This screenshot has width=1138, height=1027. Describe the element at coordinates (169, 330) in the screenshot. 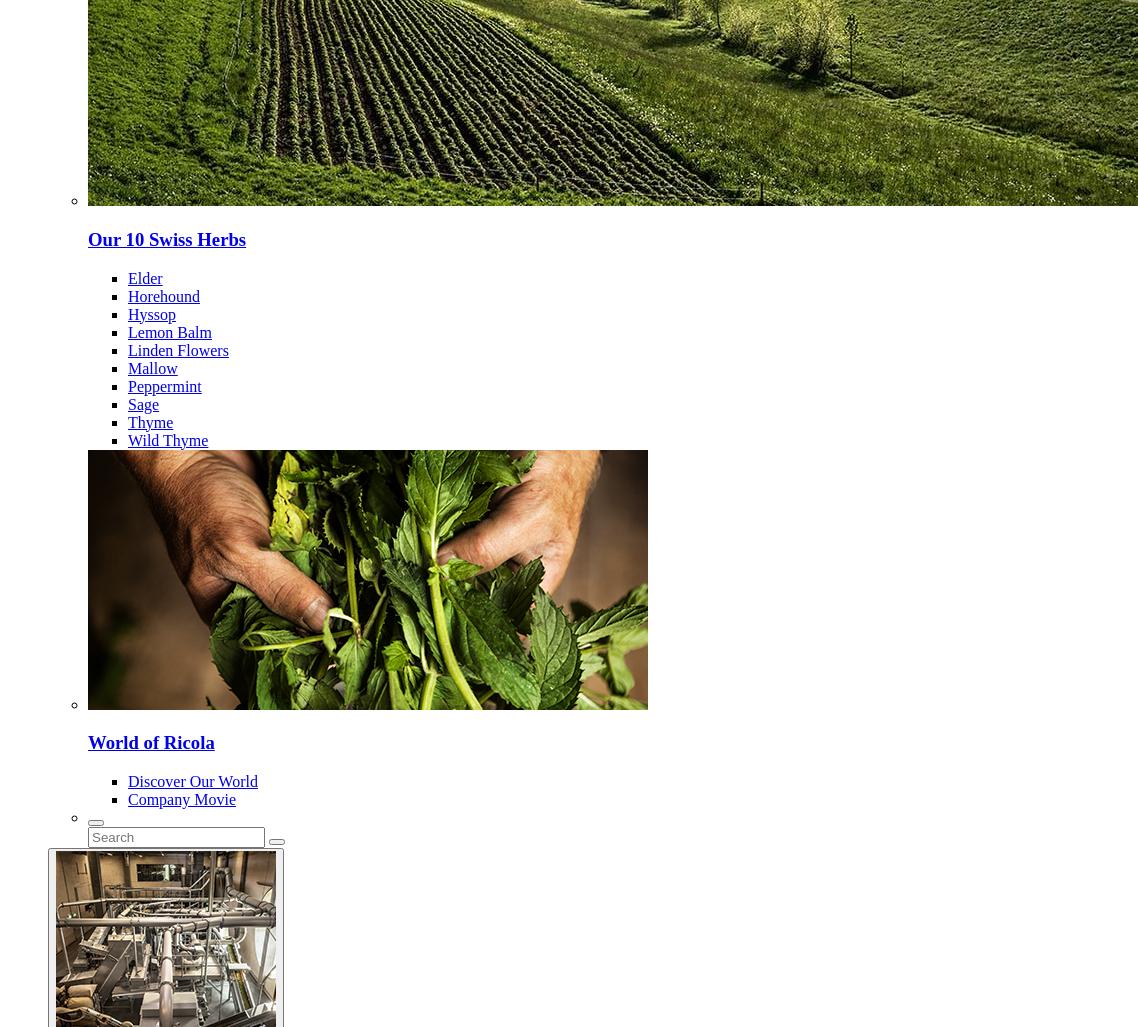

I see `'Lemon Balm'` at that location.